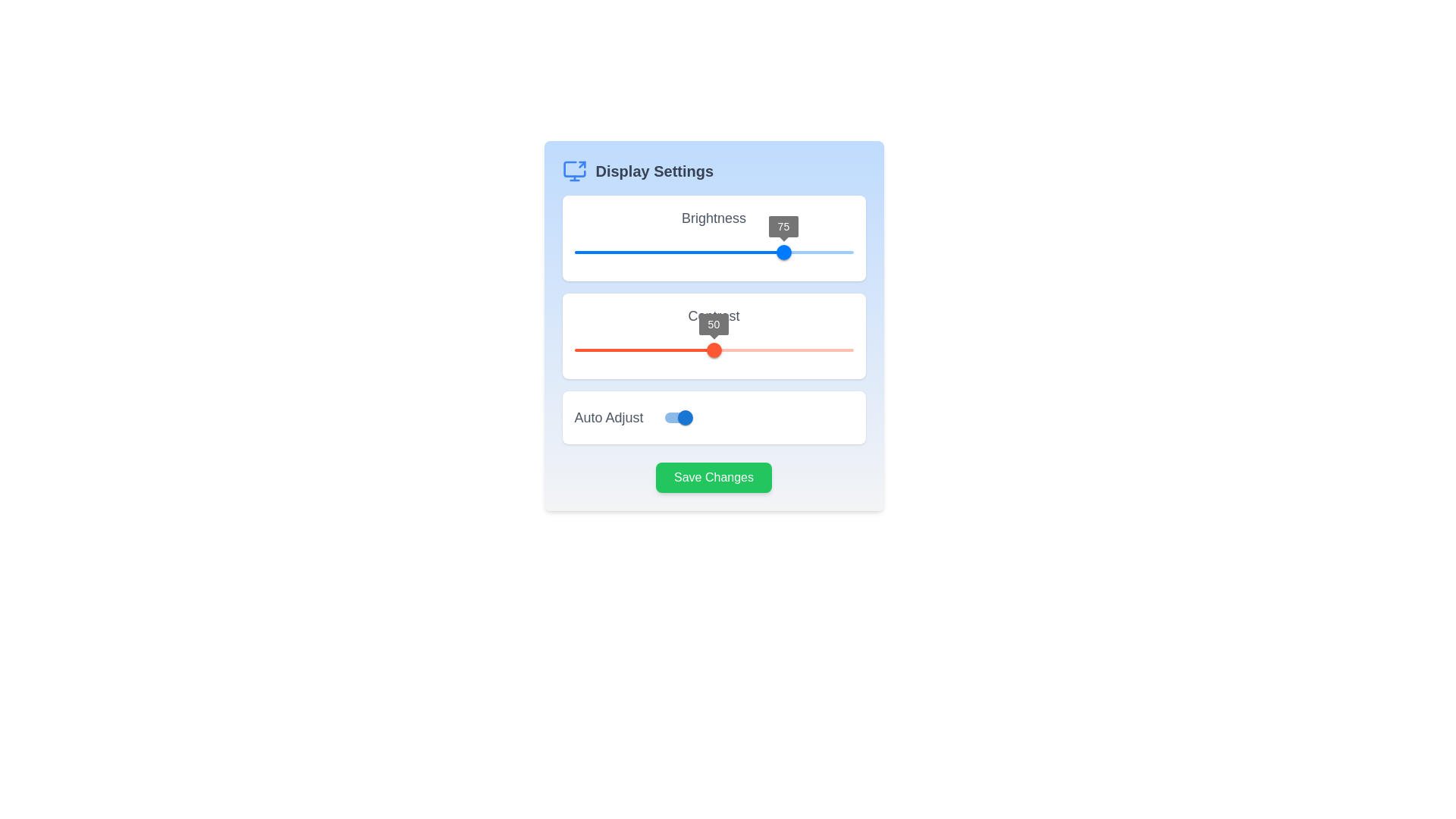  What do you see at coordinates (619, 251) in the screenshot?
I see `the brightness slider` at bounding box center [619, 251].